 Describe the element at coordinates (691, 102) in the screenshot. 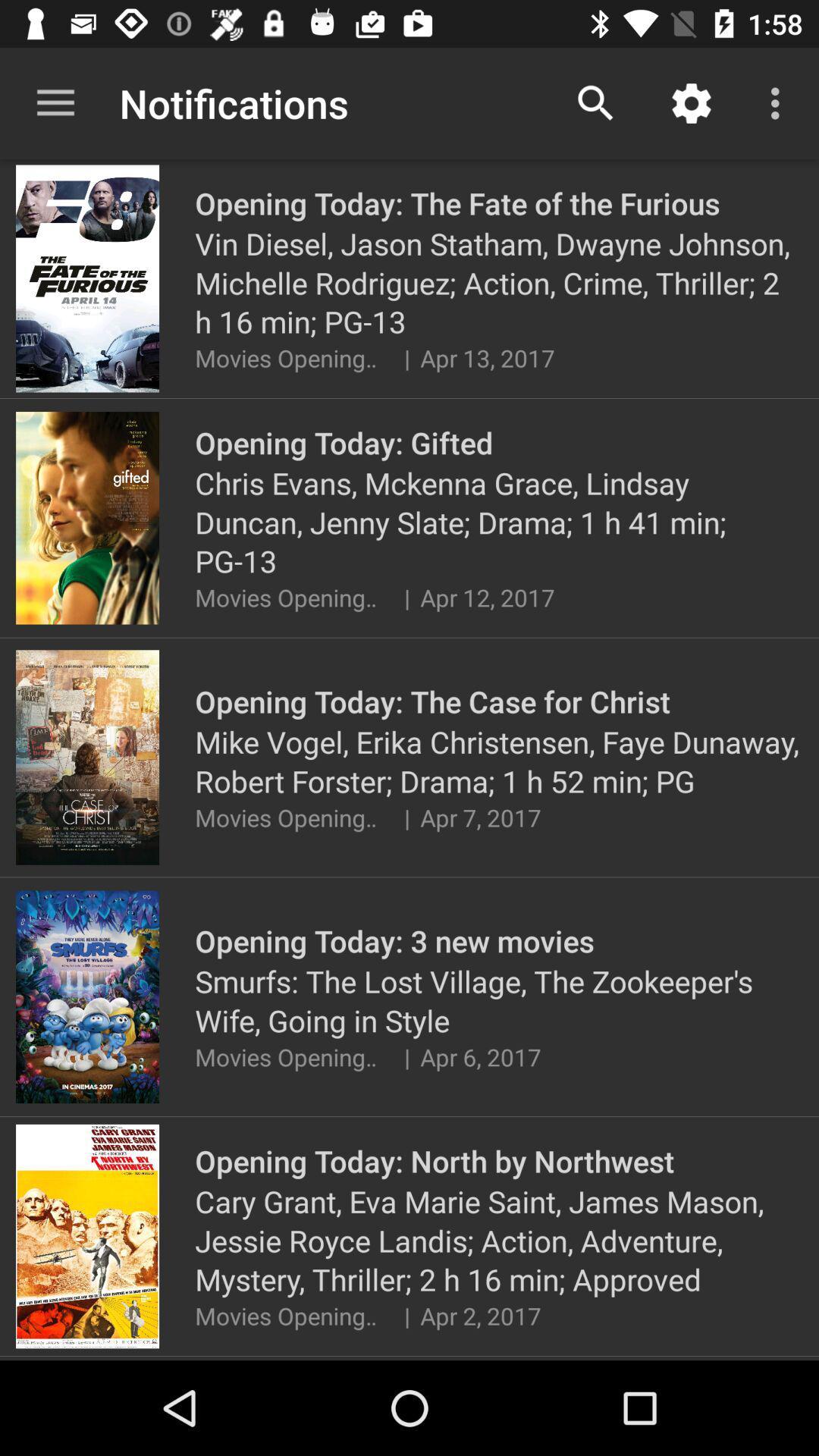

I see `item above opening today the` at that location.